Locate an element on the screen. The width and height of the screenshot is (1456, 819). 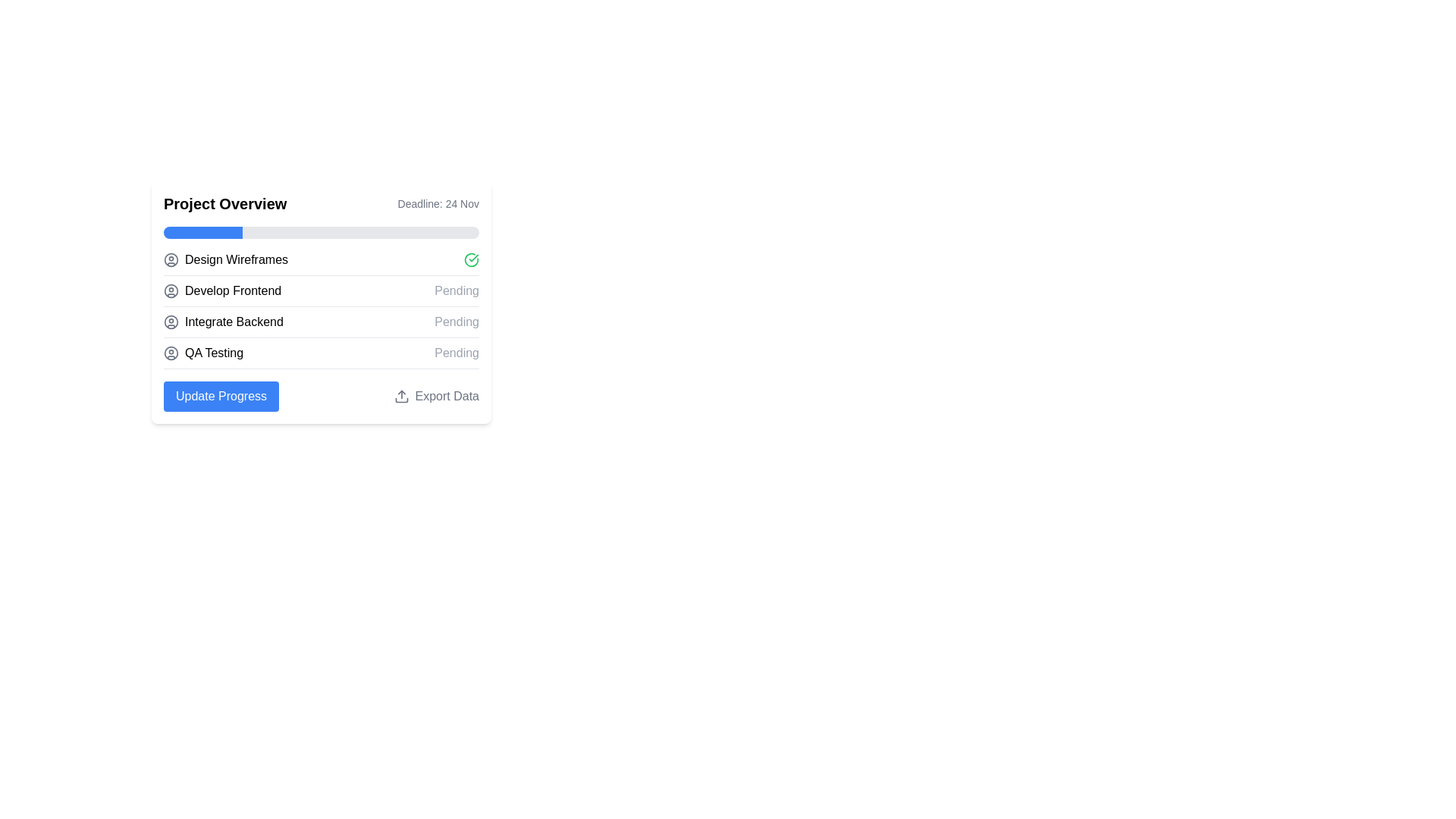
the horizontal progress bar located in the 'Project Overview' section, which has a light gray background and a blue segment indicating completion is located at coordinates (320, 233).